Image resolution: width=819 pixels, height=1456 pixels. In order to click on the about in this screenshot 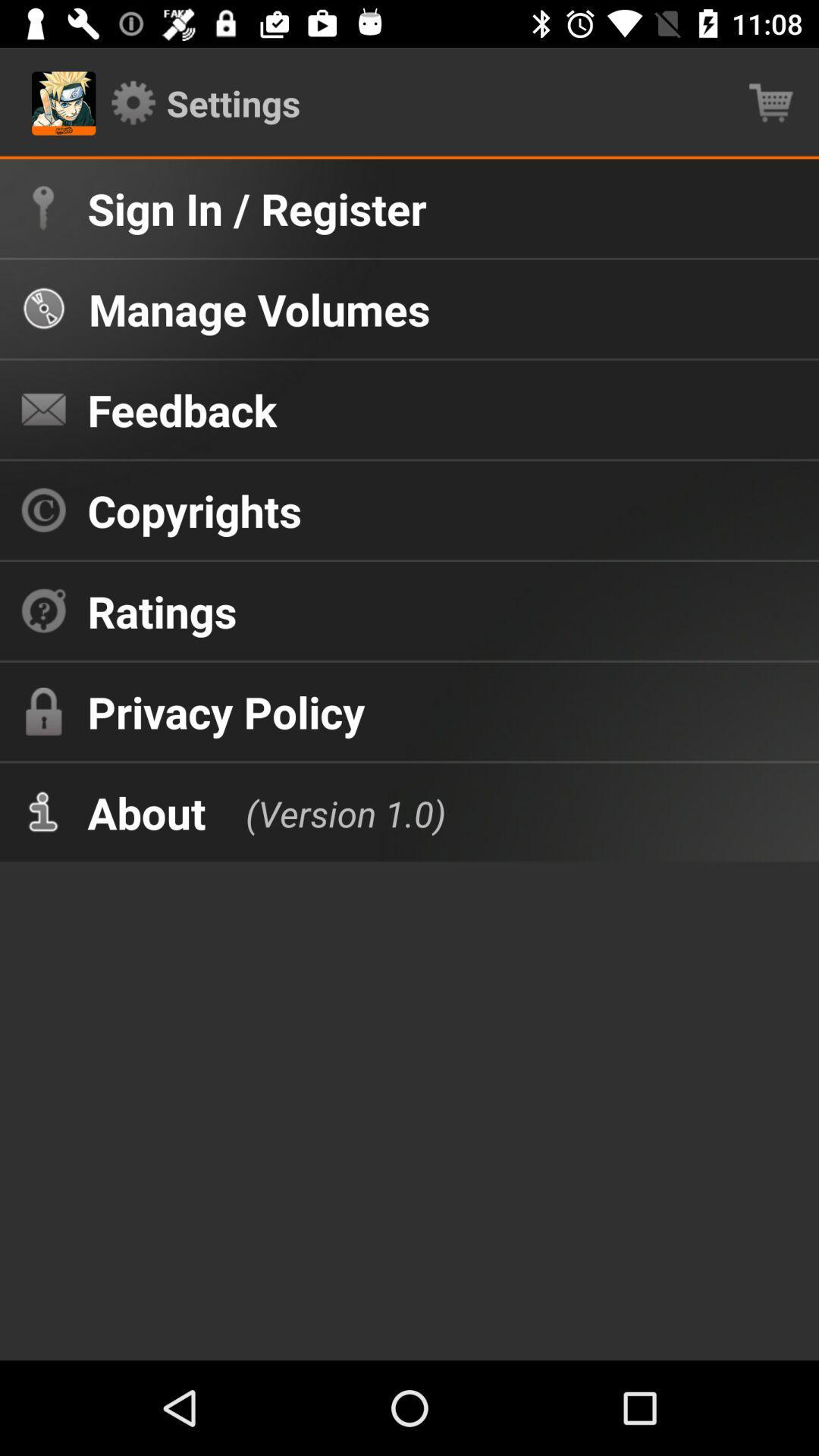, I will do `click(146, 811)`.